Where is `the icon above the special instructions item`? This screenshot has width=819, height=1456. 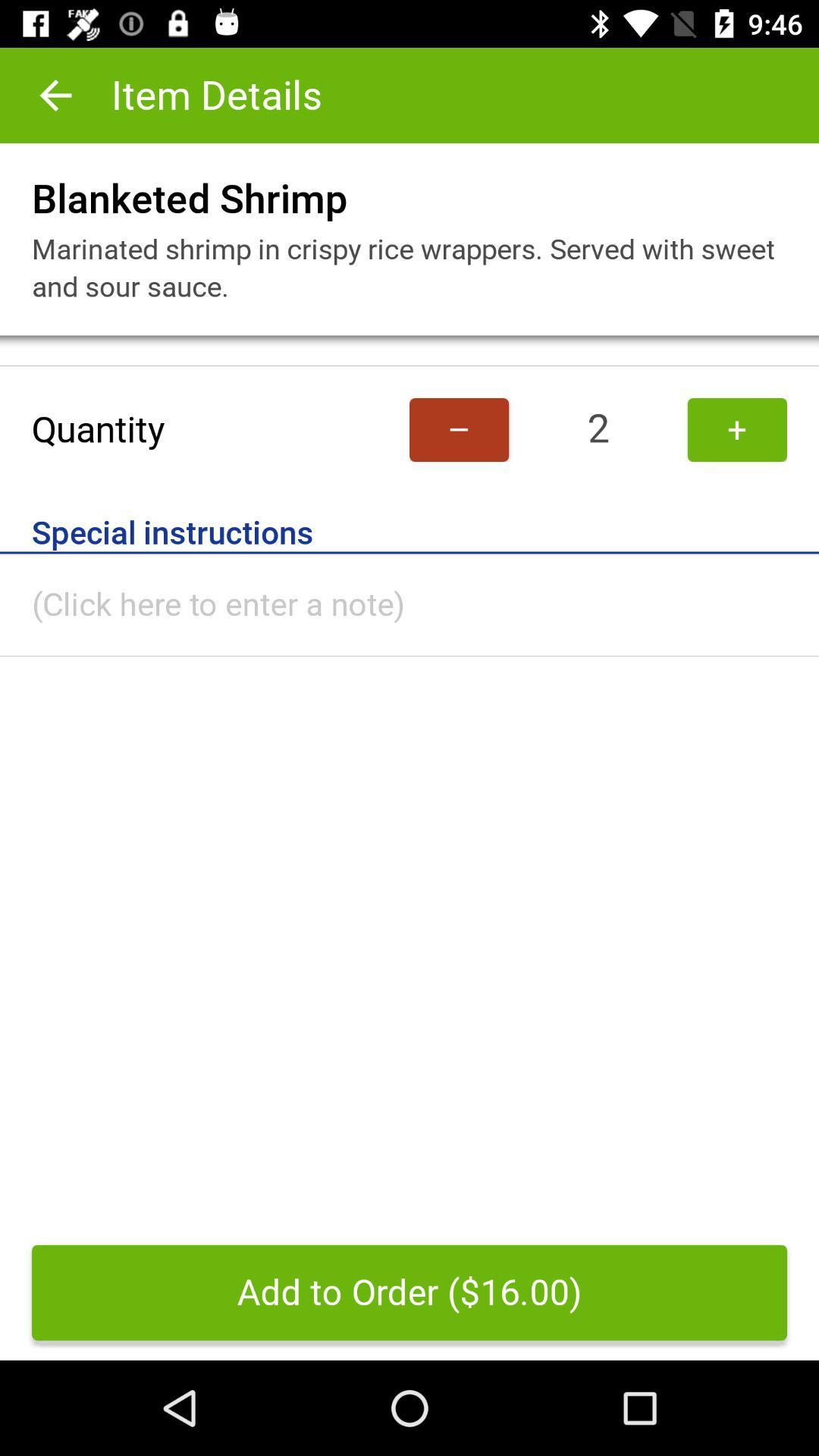
the icon above the special instructions item is located at coordinates (458, 428).